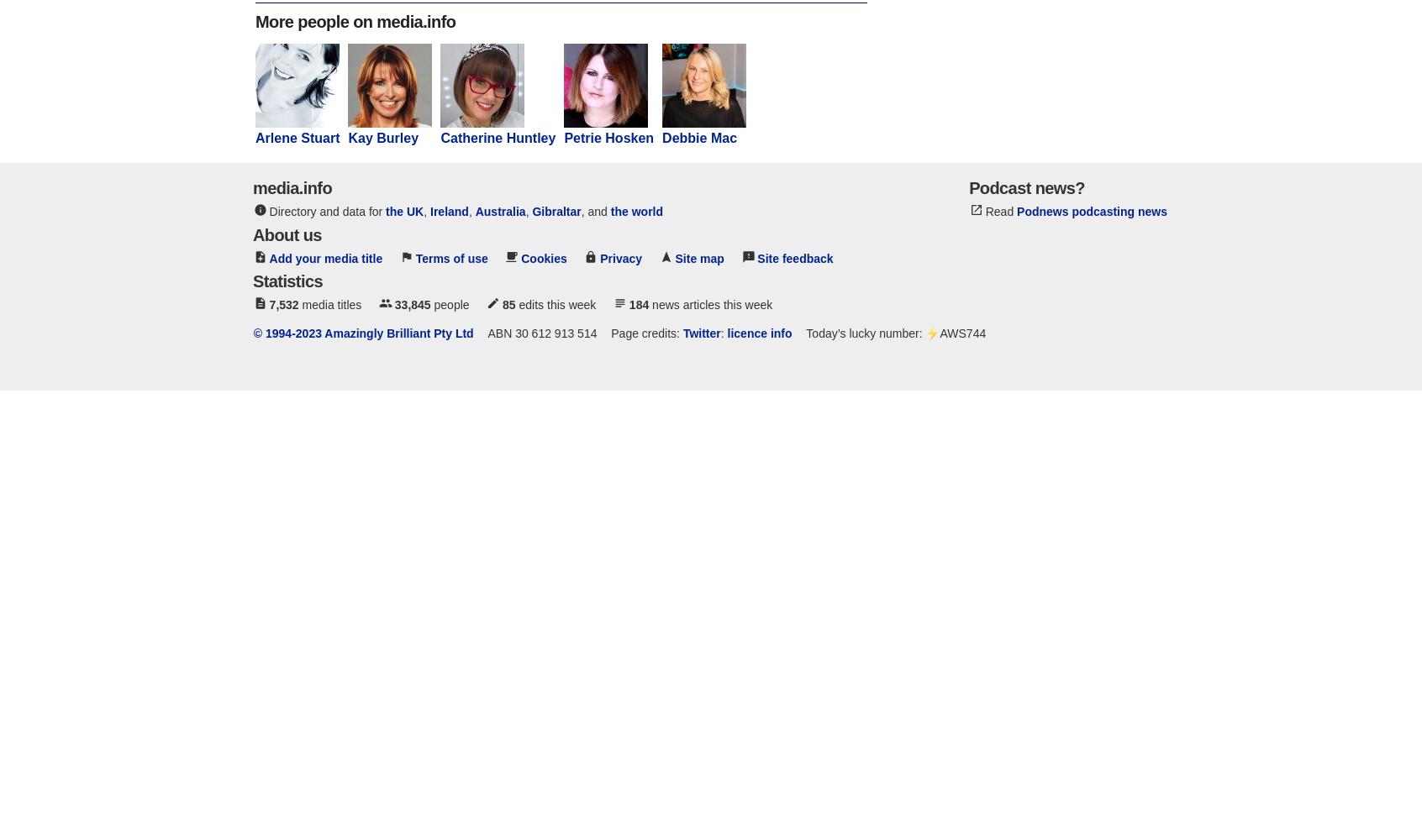 The height and width of the screenshot is (840, 1422). Describe the element at coordinates (556, 211) in the screenshot. I see `'Gibraltar'` at that location.